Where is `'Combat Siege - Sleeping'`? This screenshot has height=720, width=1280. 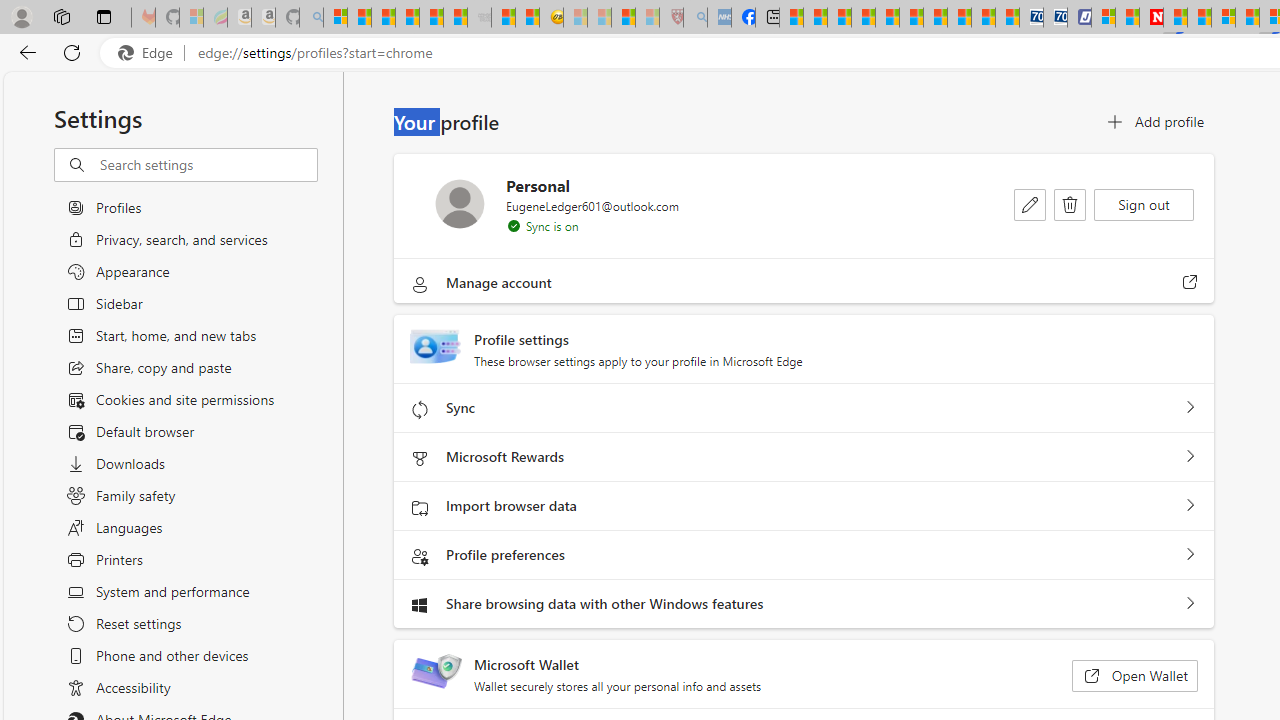 'Combat Siege - Sleeping' is located at coordinates (480, 17).